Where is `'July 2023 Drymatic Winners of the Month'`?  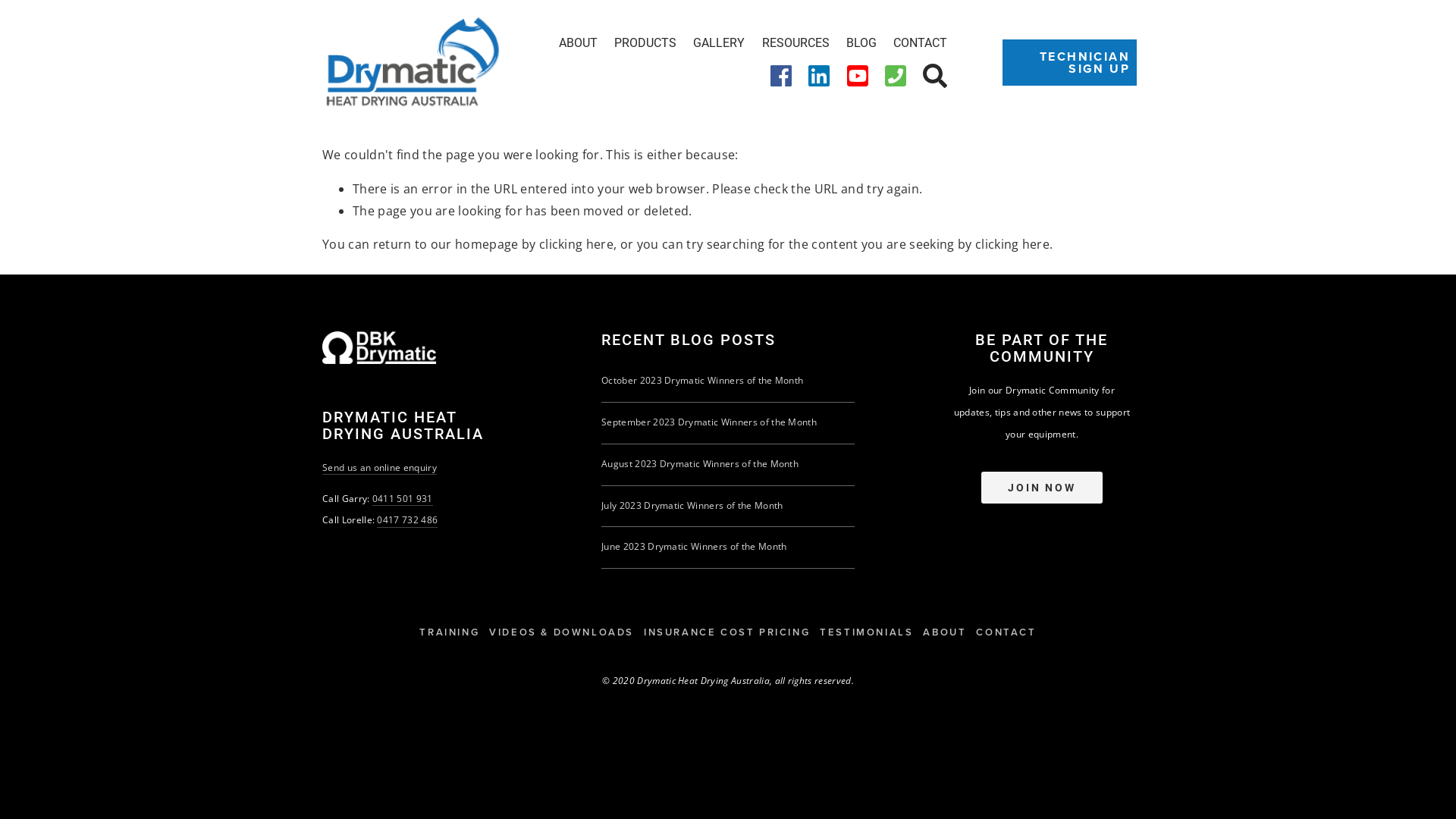
'July 2023 Drymatic Winners of the Month' is located at coordinates (691, 505).